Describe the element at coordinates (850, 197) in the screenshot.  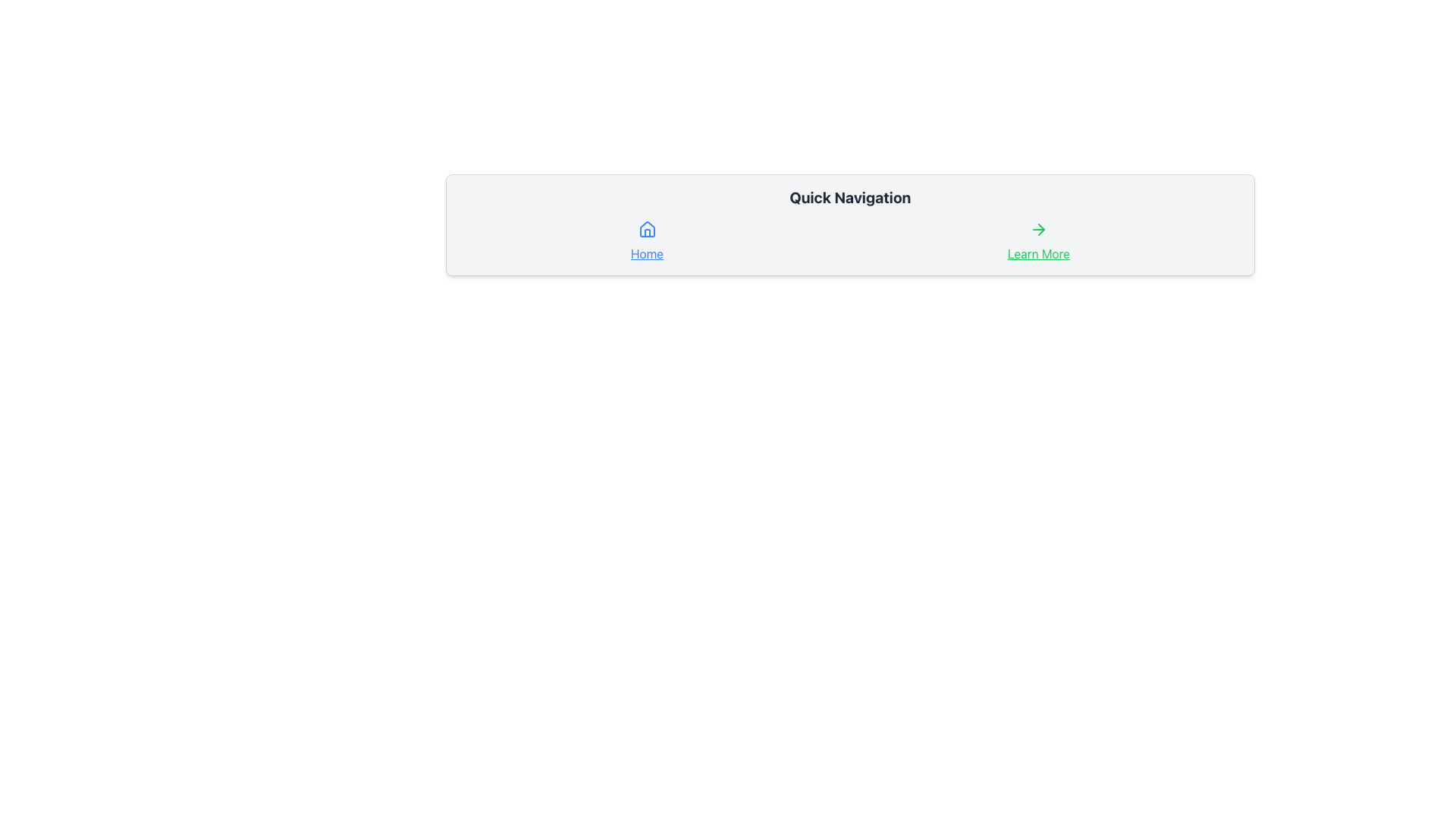
I see `the 'Quick Navigation' text label, which is styled with a bold font and dark gray color, located near the top-center of the interface` at that location.